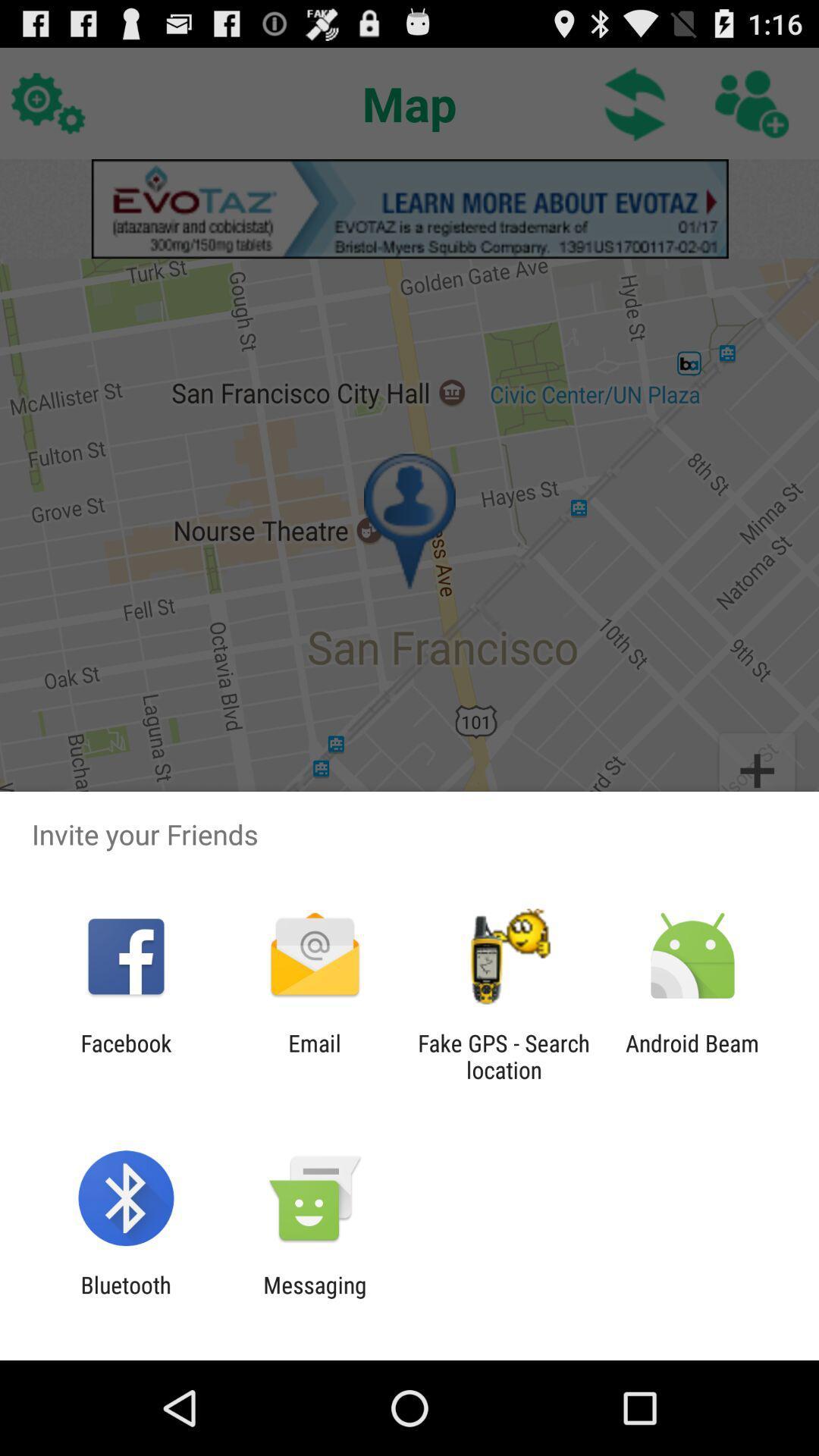  I want to click on the icon next to facebook icon, so click(314, 1056).